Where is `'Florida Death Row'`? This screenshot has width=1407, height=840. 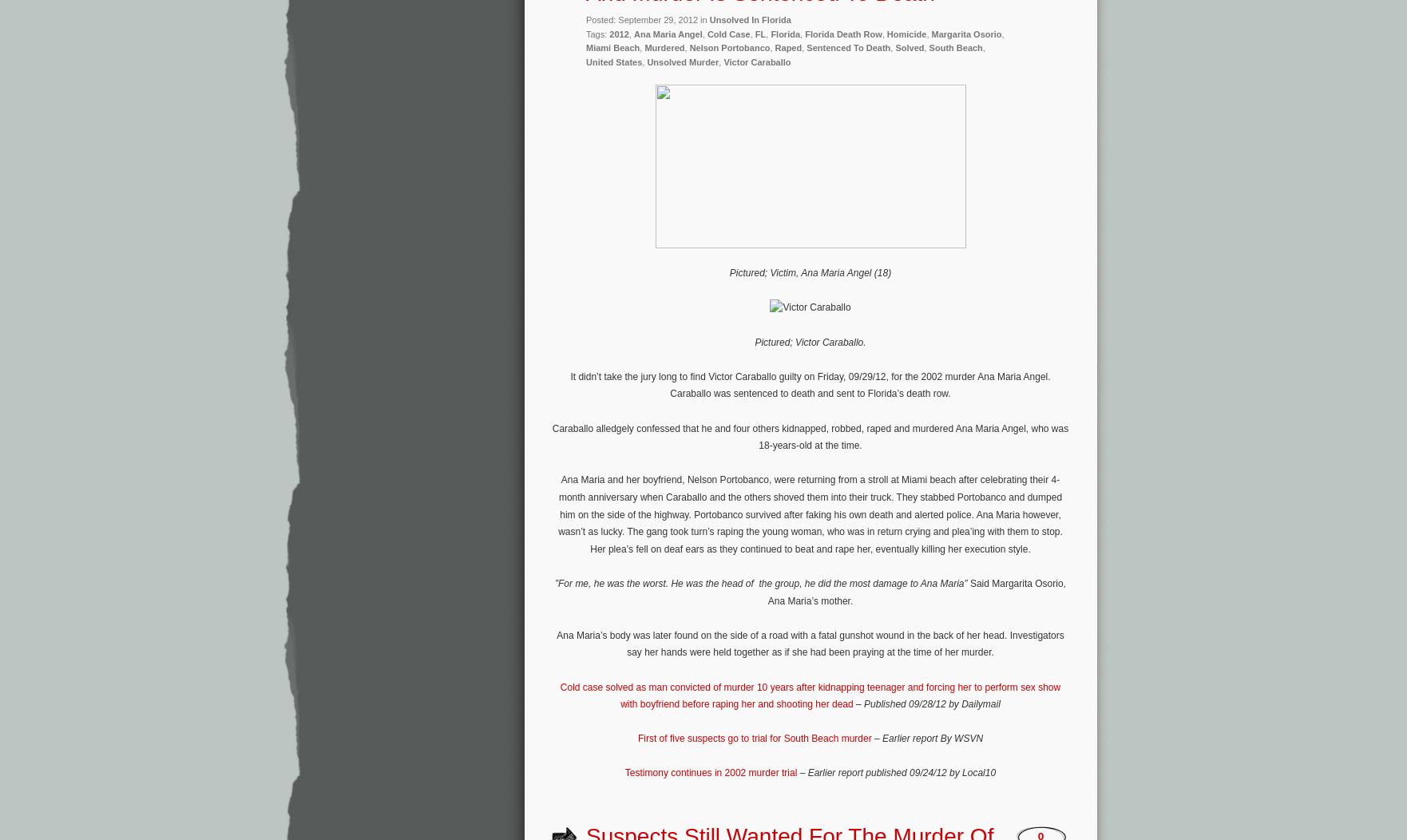
'Florida Death Row' is located at coordinates (842, 33).